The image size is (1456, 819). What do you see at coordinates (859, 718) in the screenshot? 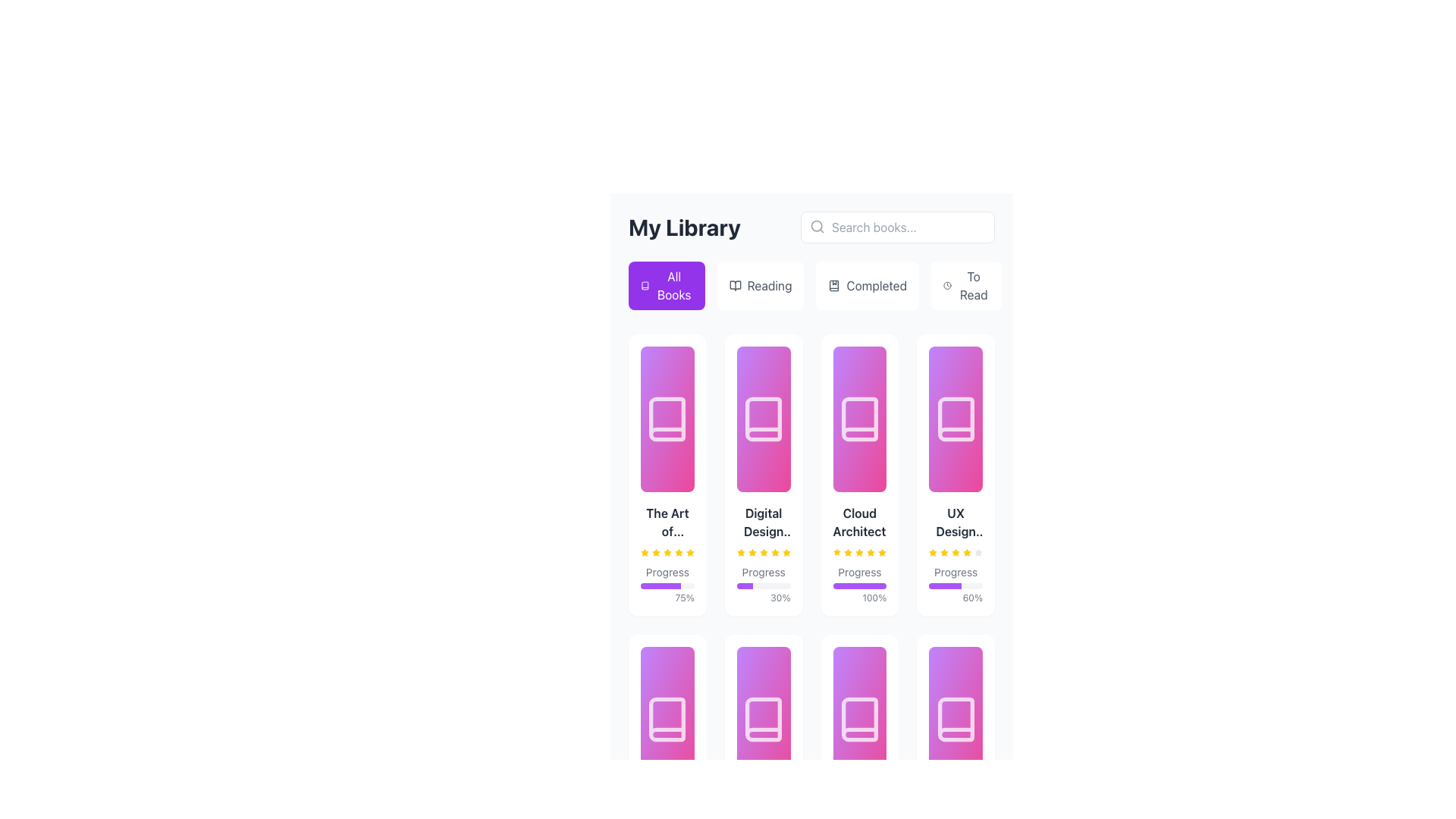
I see `the book representation element with a gradient background and a white book icon for rearrangement in the digital library interface` at bounding box center [859, 718].